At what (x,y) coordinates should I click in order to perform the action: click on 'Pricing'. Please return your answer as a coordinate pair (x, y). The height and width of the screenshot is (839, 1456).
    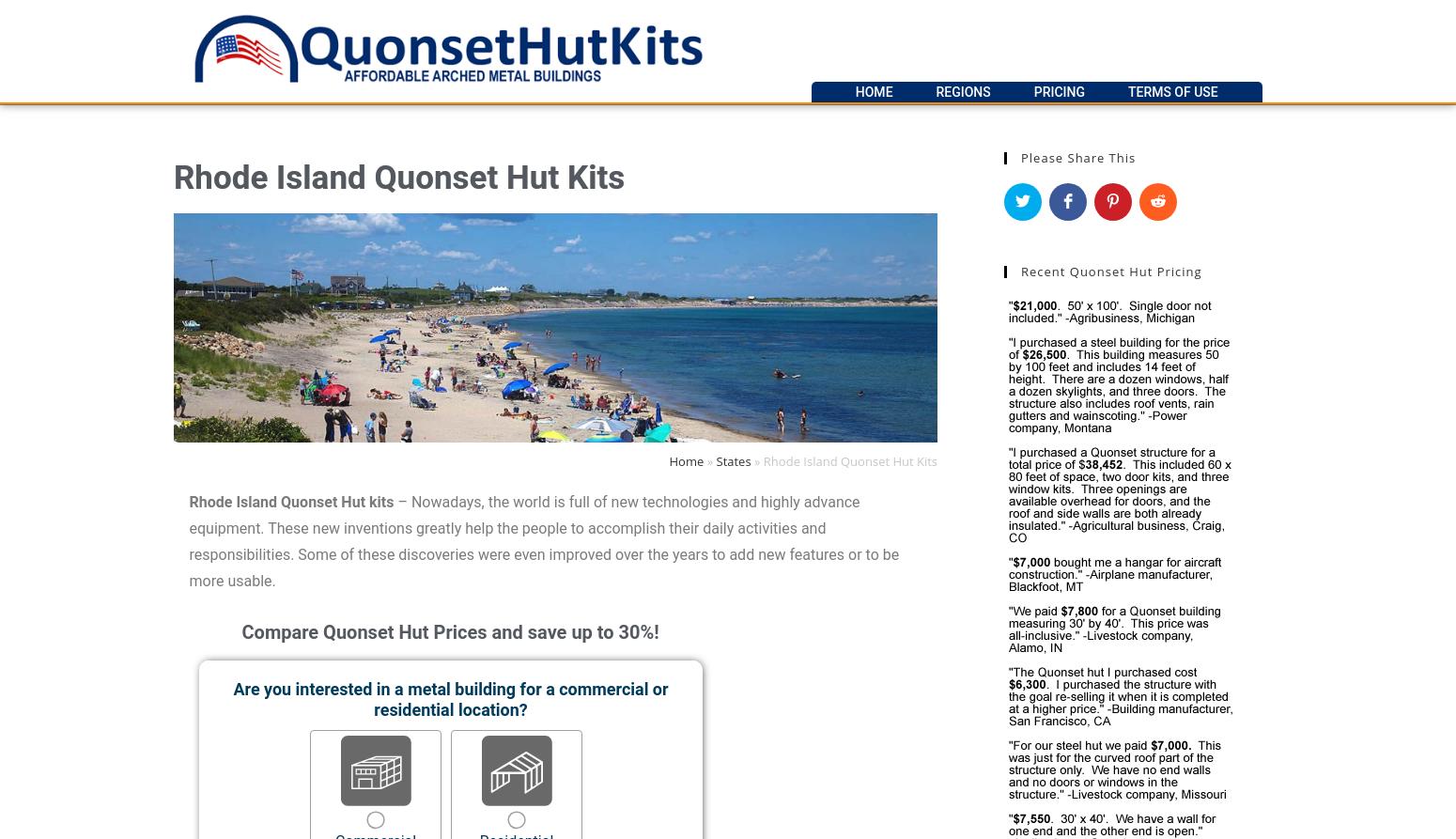
    Looking at the image, I should click on (1058, 91).